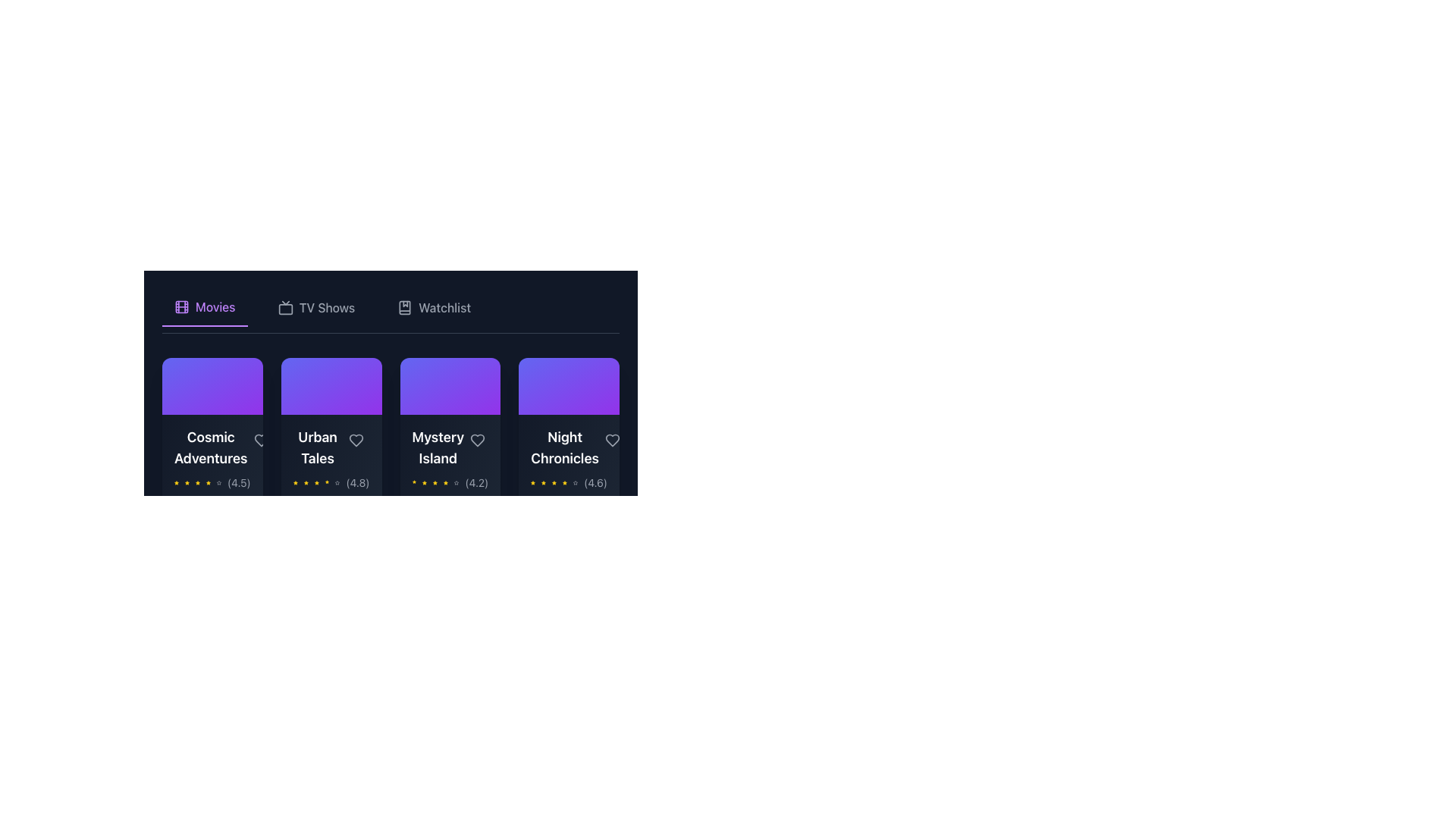 This screenshot has width=1456, height=819. I want to click on the fourth star-shaped icon with a yellow fill and outline, representing the rating system for 'Mystery Island', so click(435, 482).